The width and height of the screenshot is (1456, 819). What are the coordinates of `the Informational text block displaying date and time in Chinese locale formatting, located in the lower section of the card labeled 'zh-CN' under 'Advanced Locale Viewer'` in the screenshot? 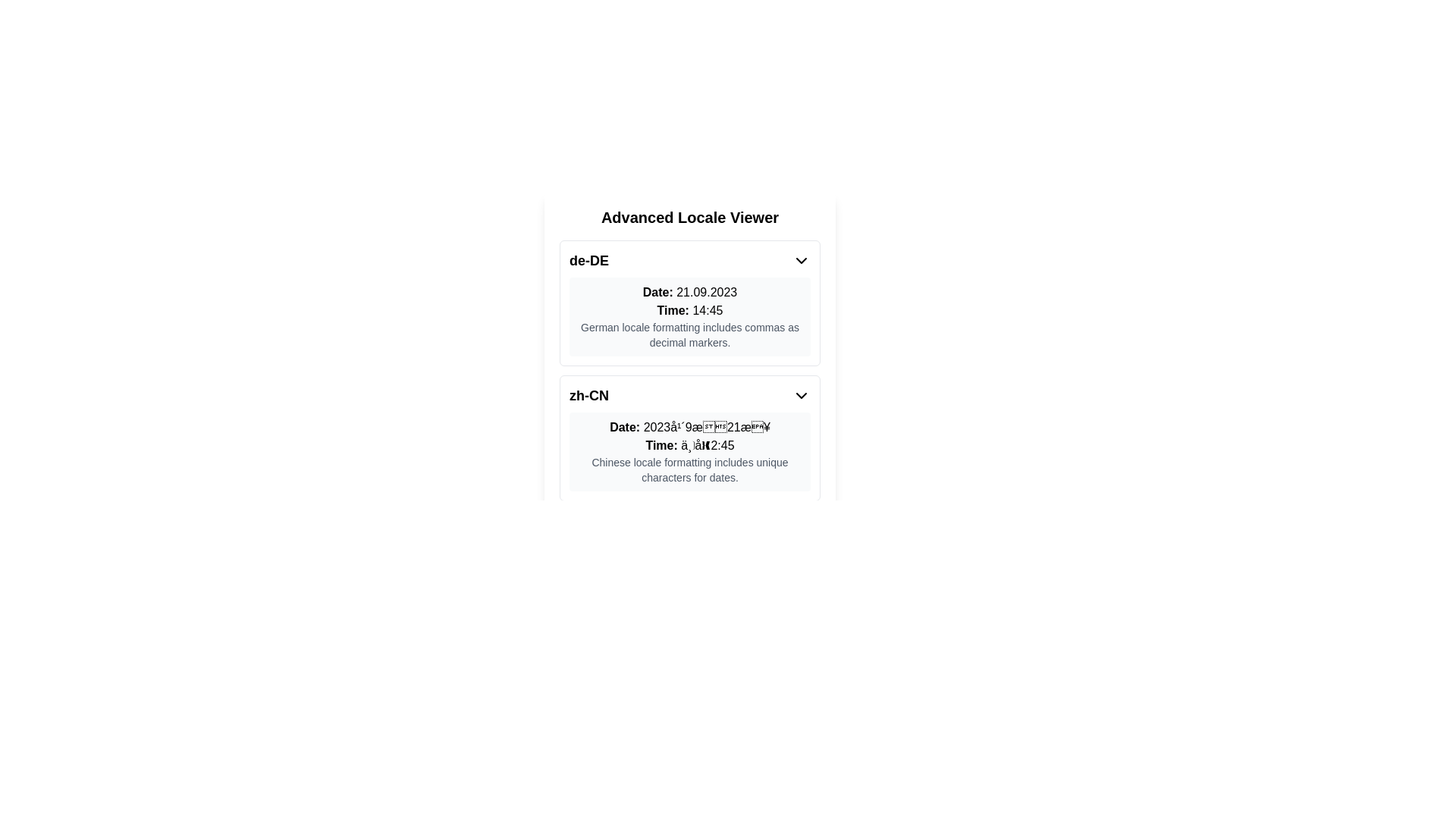 It's located at (689, 451).